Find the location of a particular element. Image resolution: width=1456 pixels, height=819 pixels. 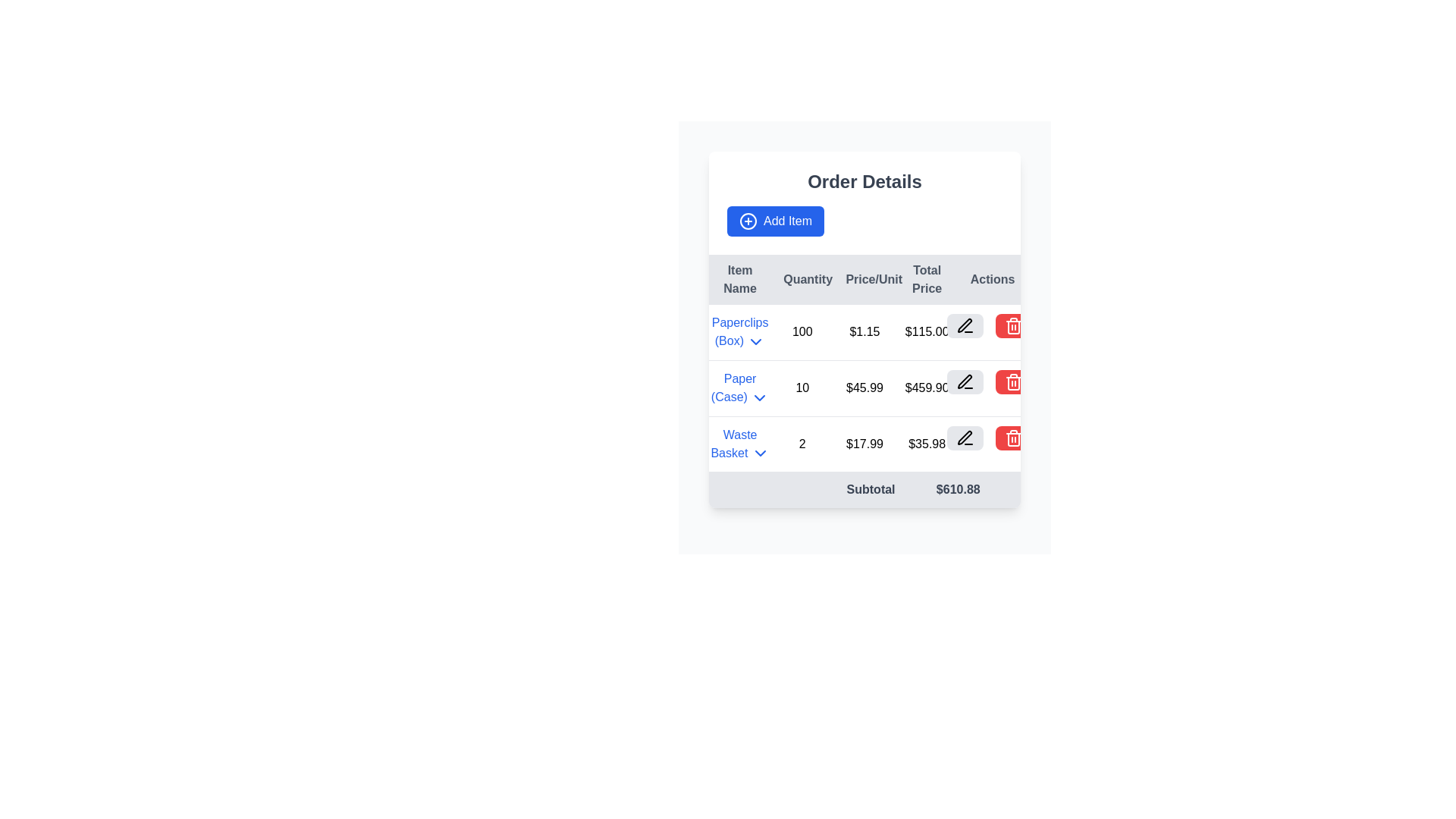

the 'Quantity' column header in the 'Order Details' table is located at coordinates (802, 280).